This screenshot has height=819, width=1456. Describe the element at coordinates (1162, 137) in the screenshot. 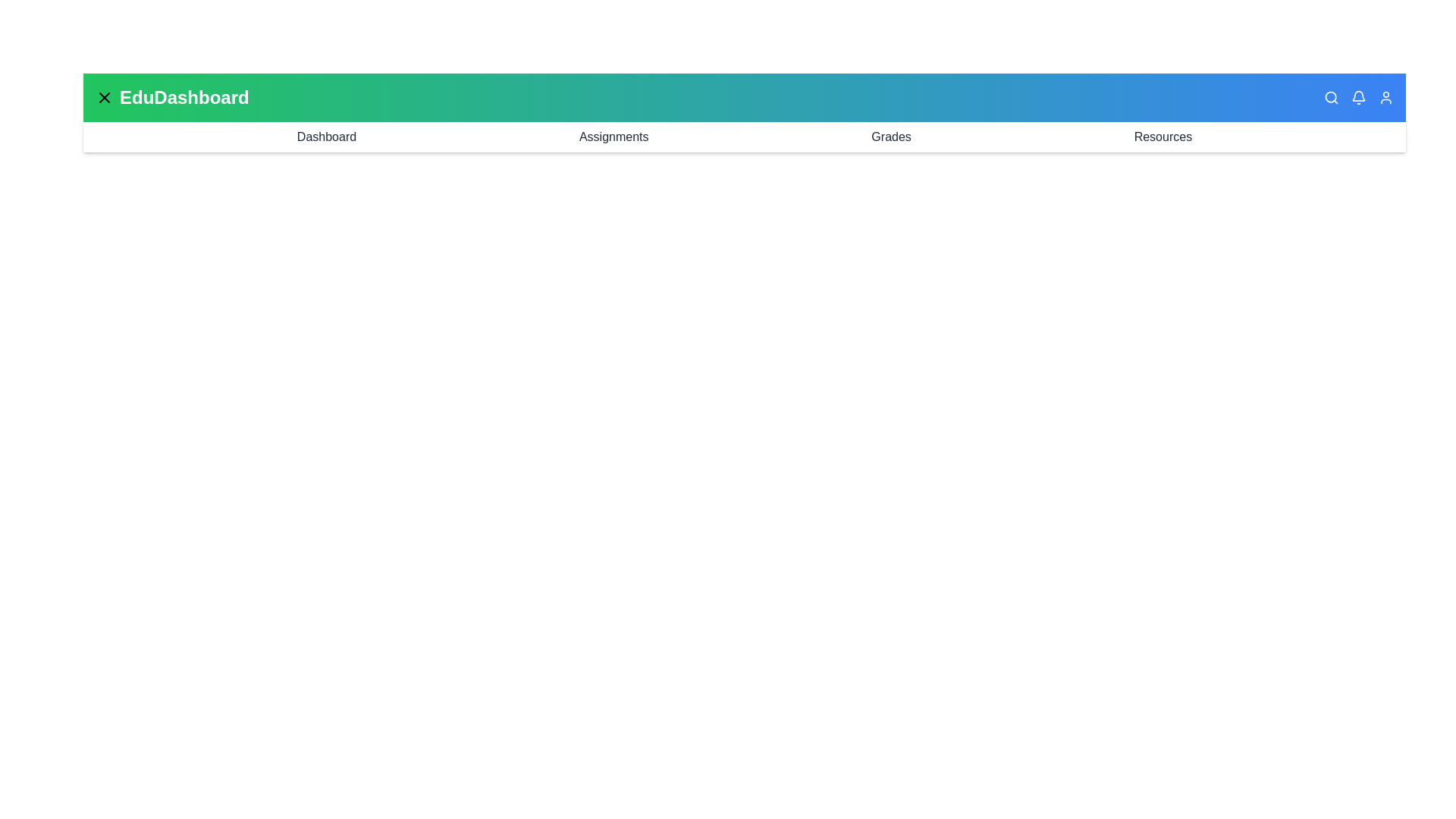

I see `the navigation link Resources to access its section` at that location.